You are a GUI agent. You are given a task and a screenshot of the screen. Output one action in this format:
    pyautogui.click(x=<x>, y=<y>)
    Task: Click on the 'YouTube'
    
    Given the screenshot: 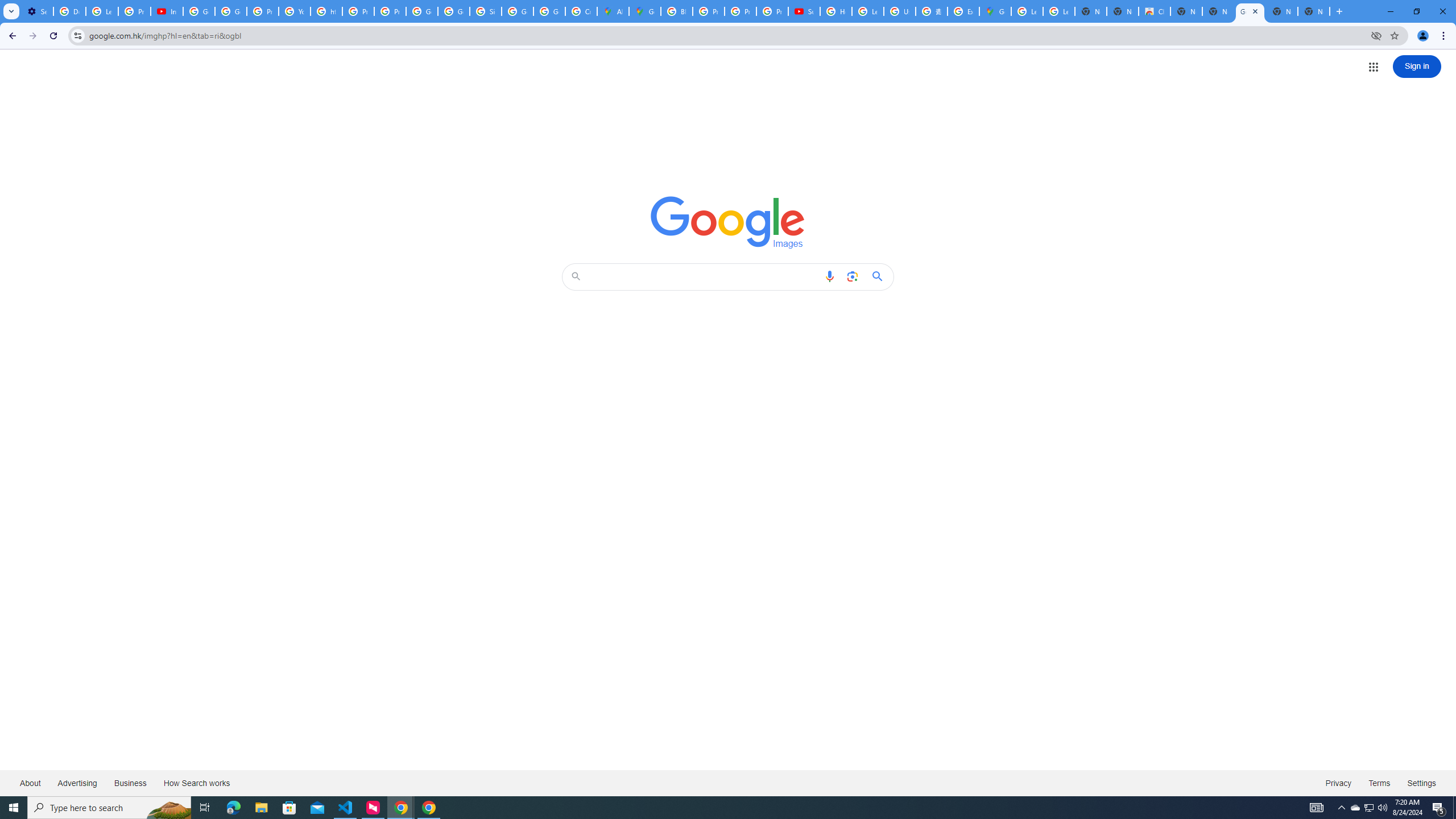 What is the action you would take?
    pyautogui.click(x=294, y=11)
    